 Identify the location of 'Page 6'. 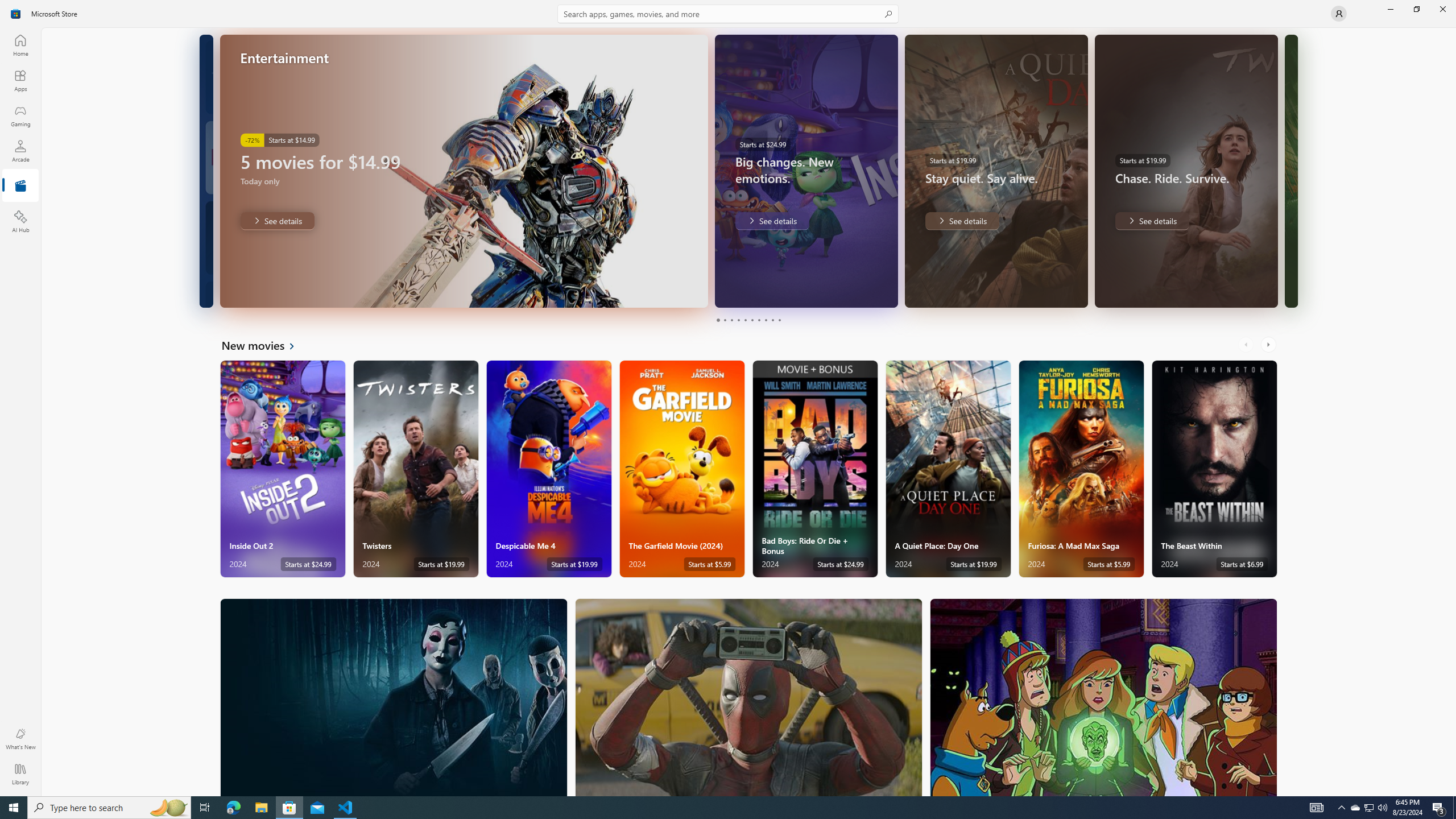
(751, 320).